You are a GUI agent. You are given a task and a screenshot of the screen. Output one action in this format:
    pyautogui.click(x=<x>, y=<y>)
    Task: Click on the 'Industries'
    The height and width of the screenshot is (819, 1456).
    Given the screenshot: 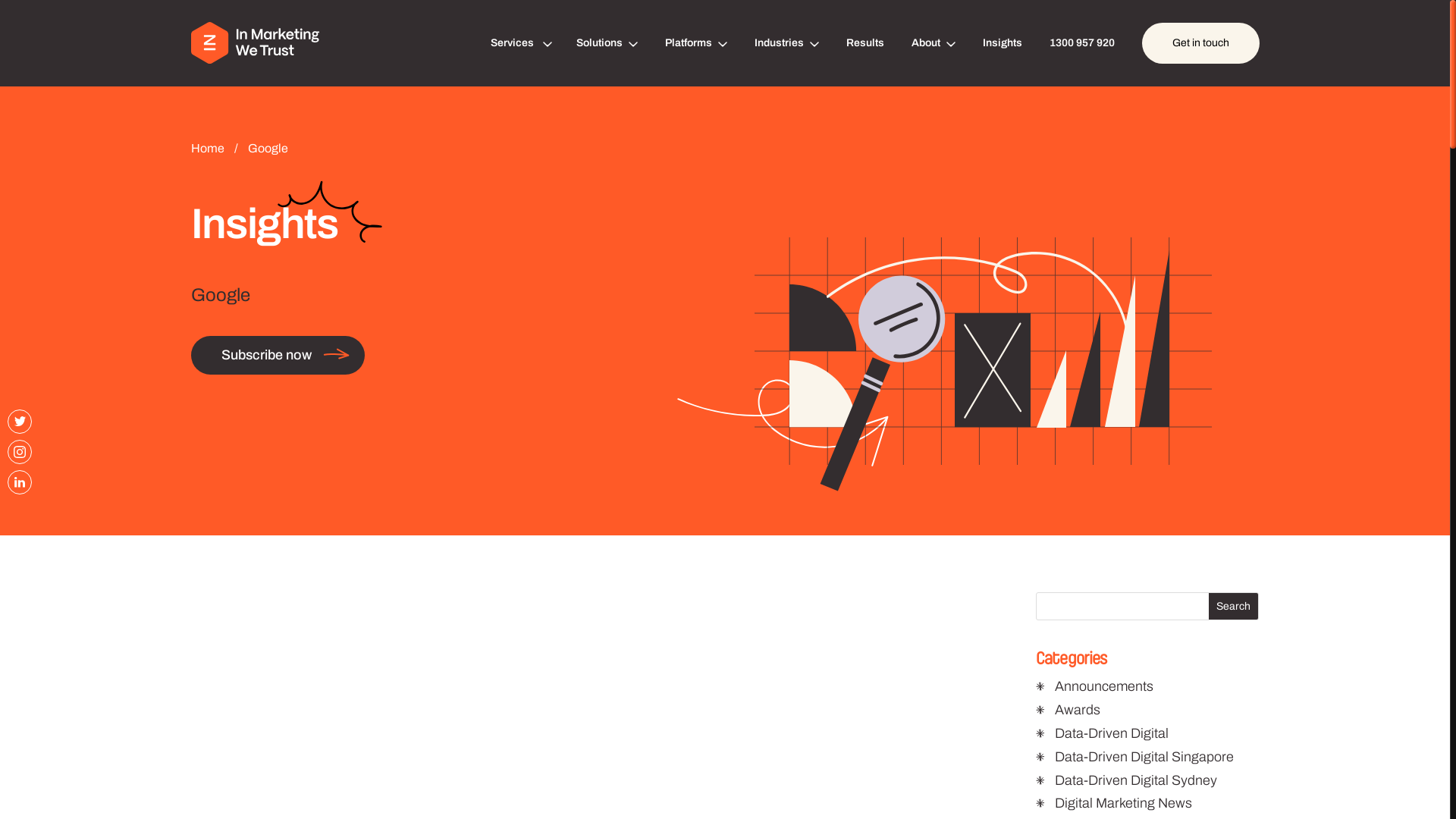 What is the action you would take?
    pyautogui.click(x=753, y=42)
    